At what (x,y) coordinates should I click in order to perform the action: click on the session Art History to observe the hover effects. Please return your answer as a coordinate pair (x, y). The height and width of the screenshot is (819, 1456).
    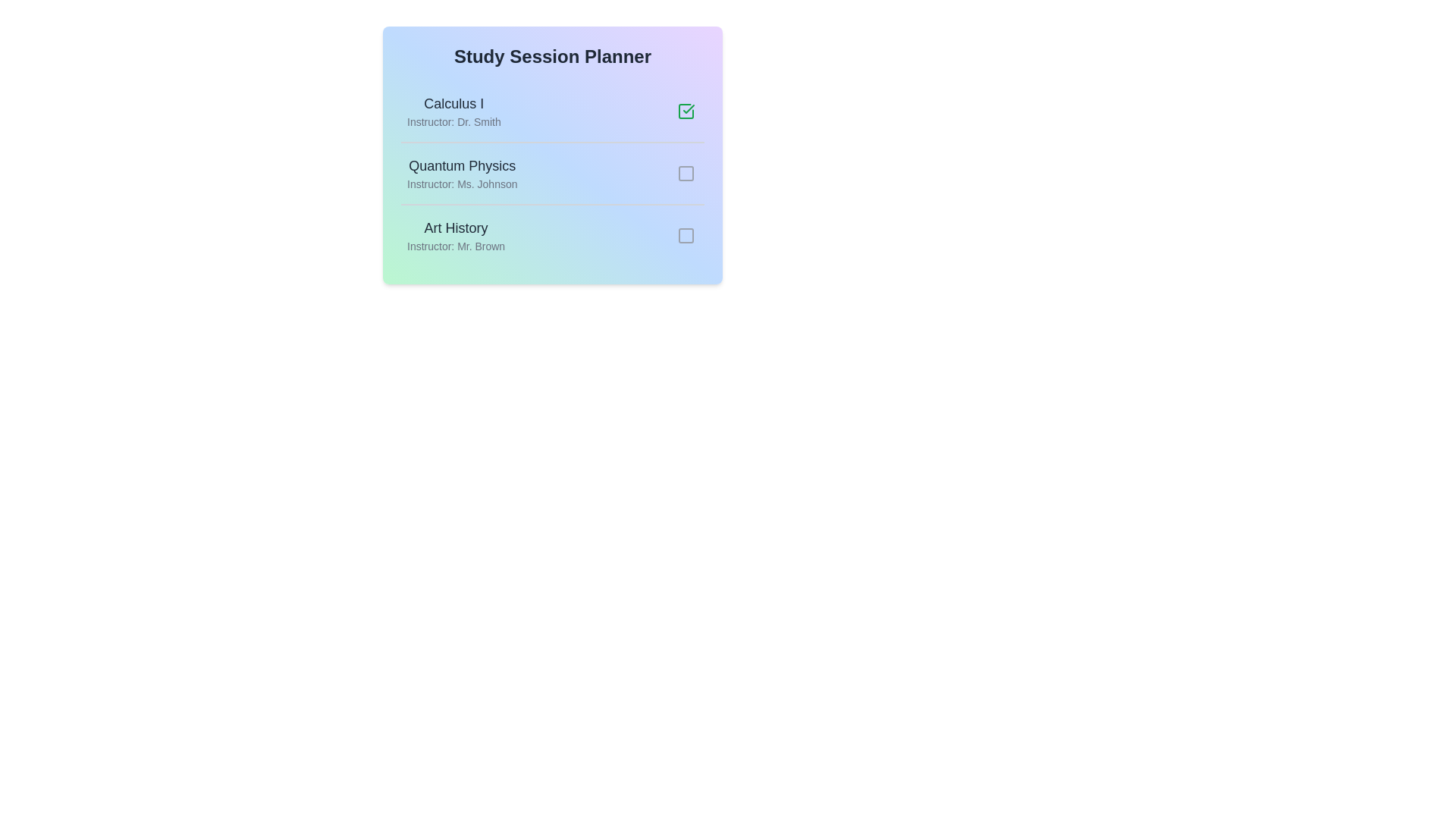
    Looking at the image, I should click on (552, 234).